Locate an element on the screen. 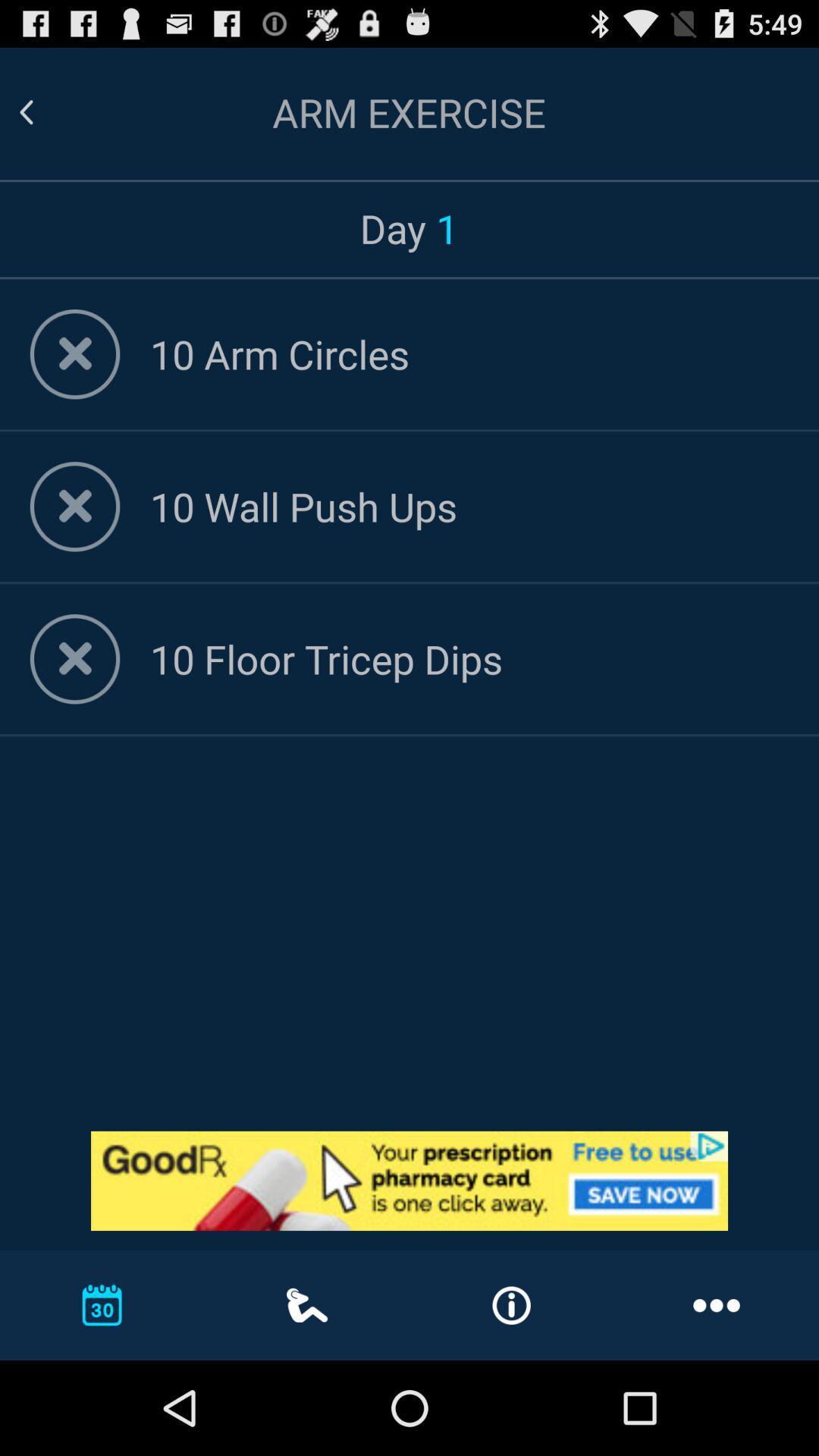 The height and width of the screenshot is (1456, 819). advertisement is located at coordinates (409, 1180).